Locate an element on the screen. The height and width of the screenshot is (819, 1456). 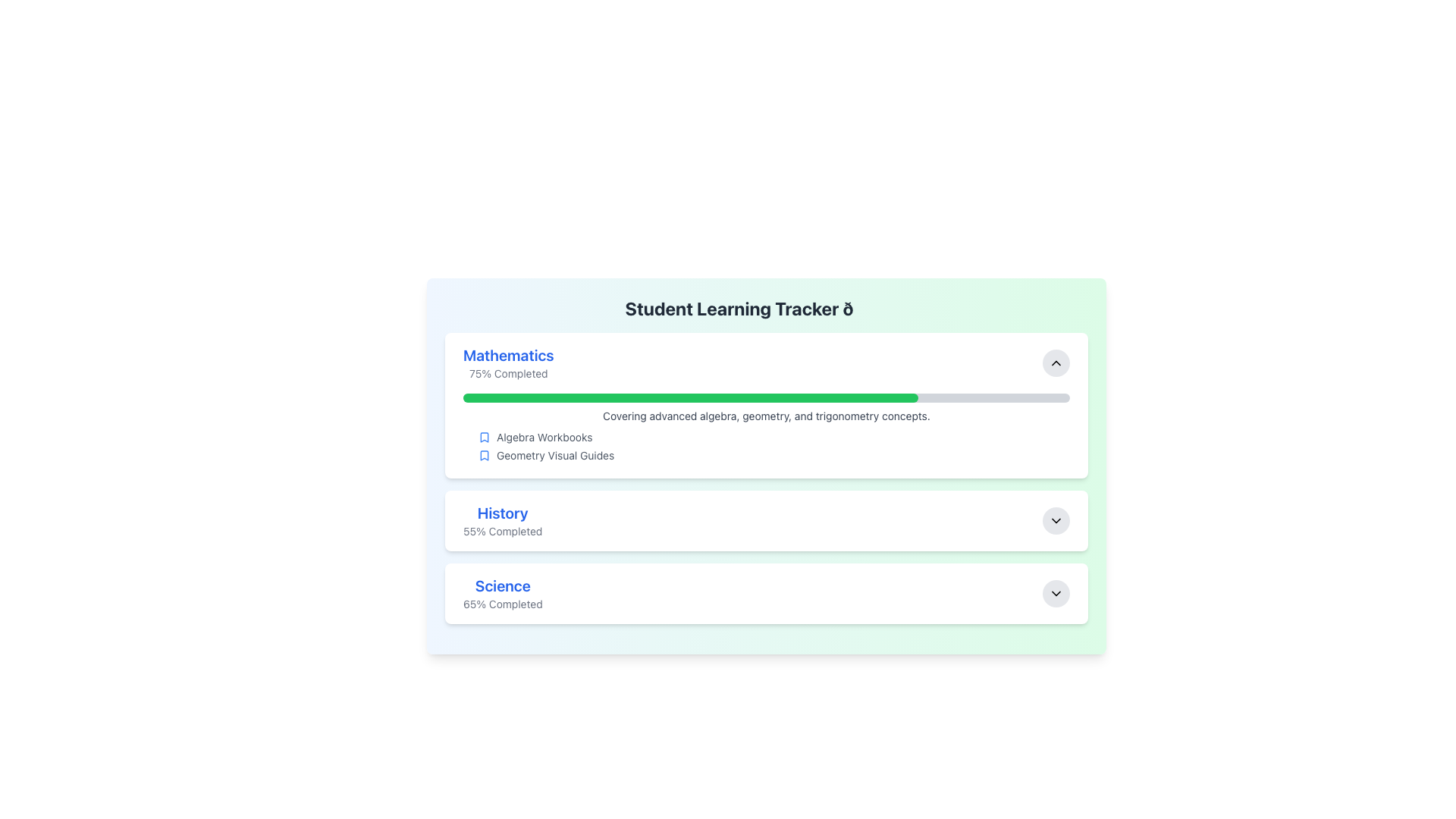
the progress bar indicating 75% completion located beneath the 'Mathematics' section header is located at coordinates (690, 397).